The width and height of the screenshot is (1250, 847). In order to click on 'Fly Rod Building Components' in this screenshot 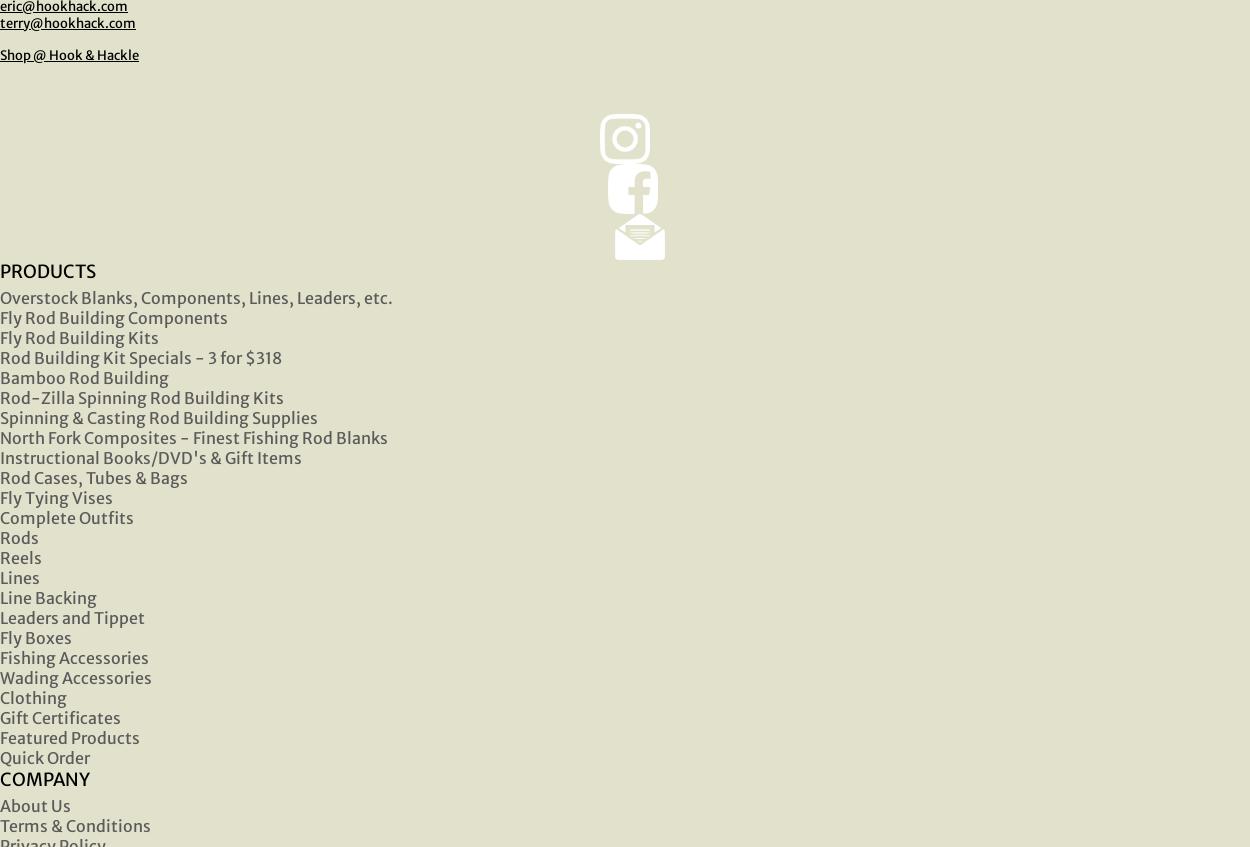, I will do `click(0, 317)`.